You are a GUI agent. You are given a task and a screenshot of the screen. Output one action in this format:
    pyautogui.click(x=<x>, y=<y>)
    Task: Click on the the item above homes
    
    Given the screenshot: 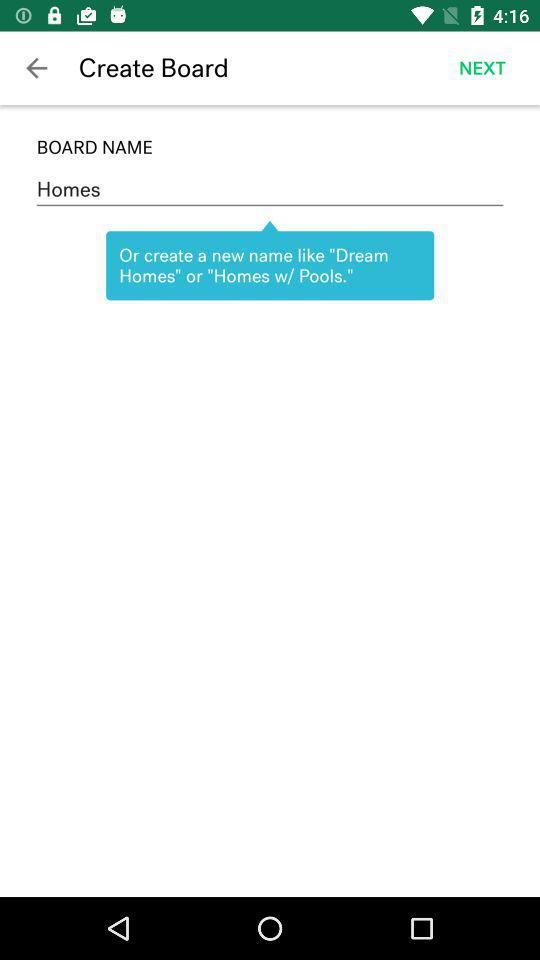 What is the action you would take?
    pyautogui.click(x=270, y=146)
    